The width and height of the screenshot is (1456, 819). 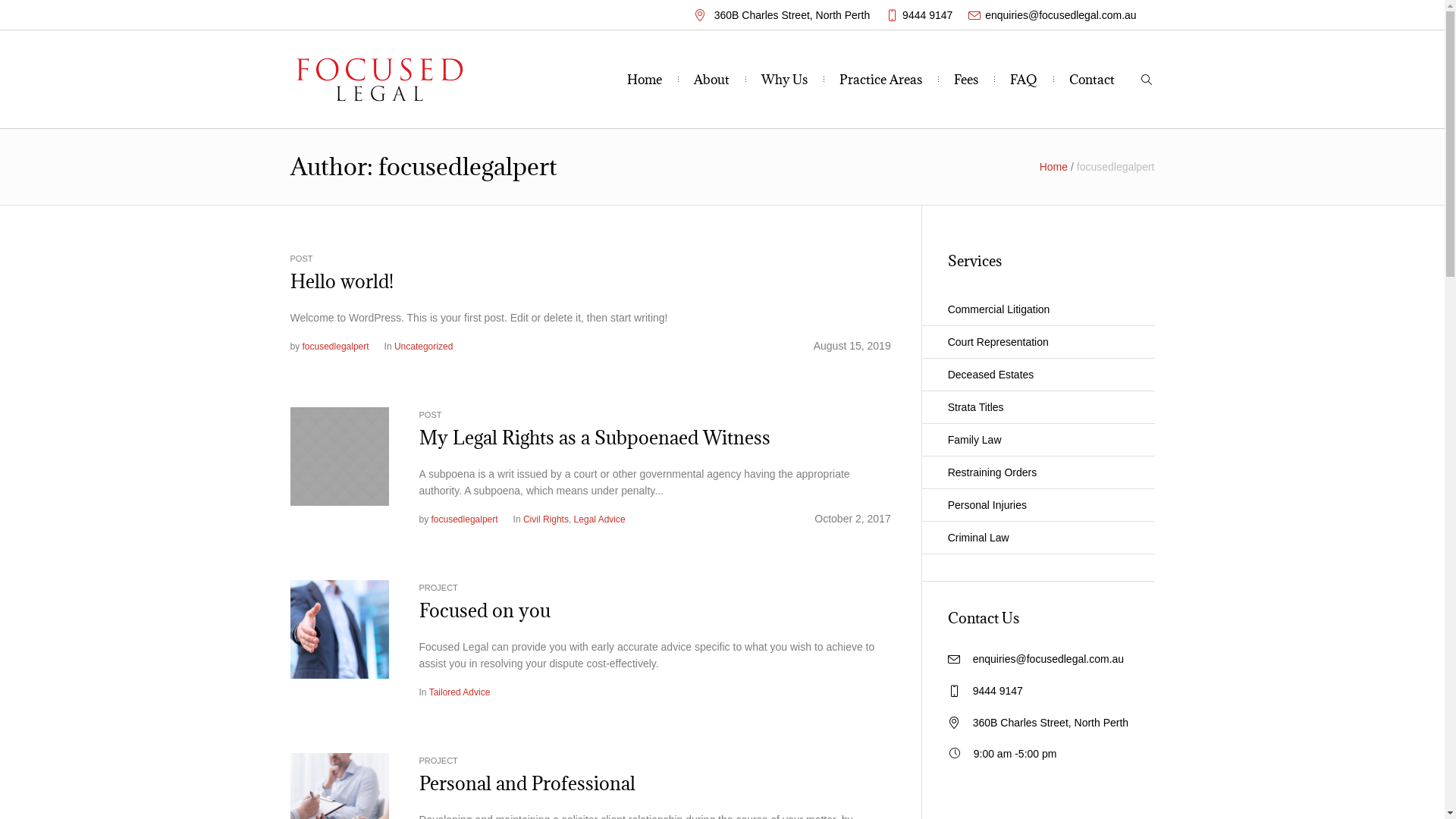 I want to click on 'Criminal Law', so click(x=1037, y=537).